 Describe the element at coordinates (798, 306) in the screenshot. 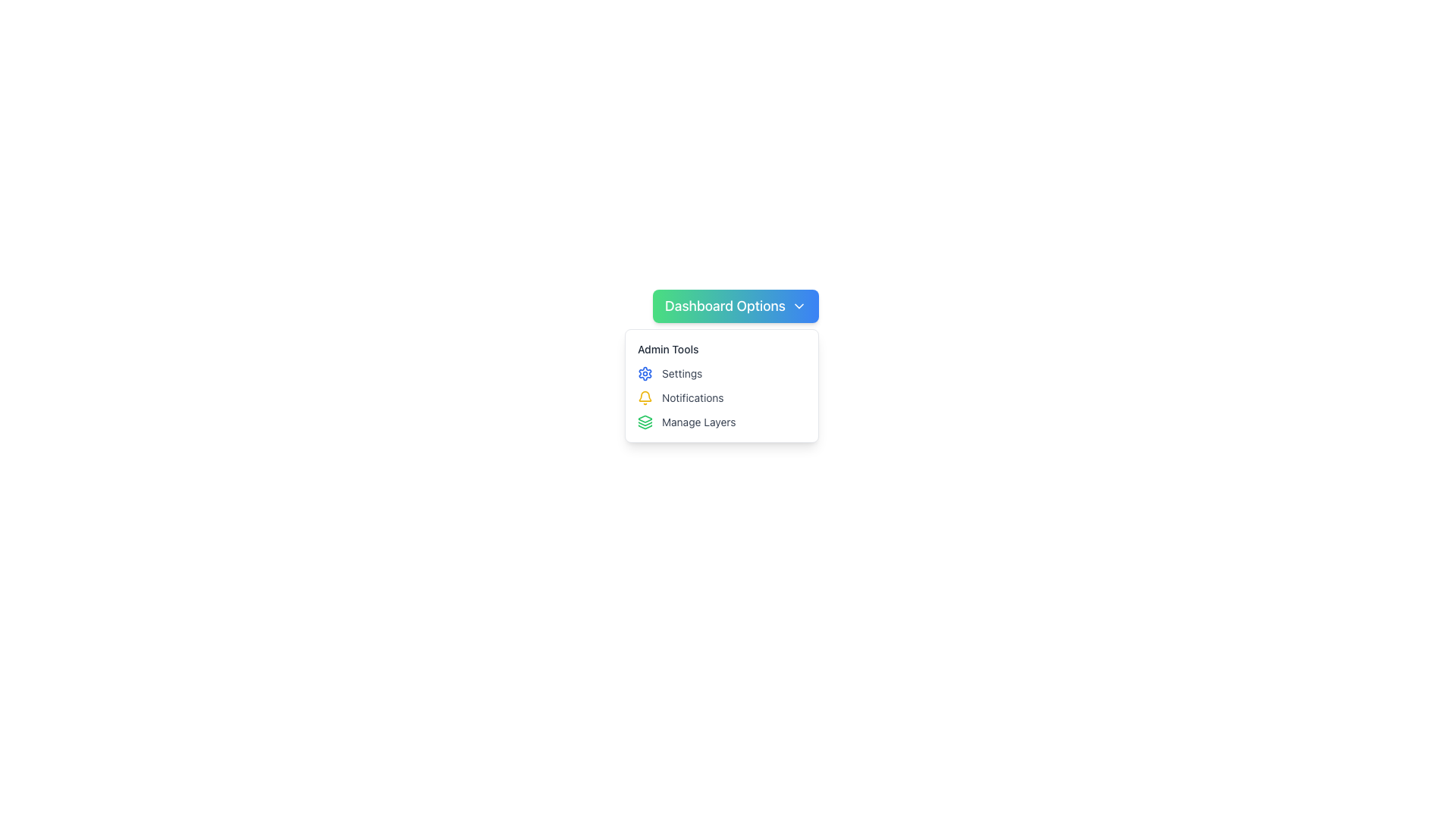

I see `the chevron icon located at the right end of the 'Dashboard Options' button` at that location.